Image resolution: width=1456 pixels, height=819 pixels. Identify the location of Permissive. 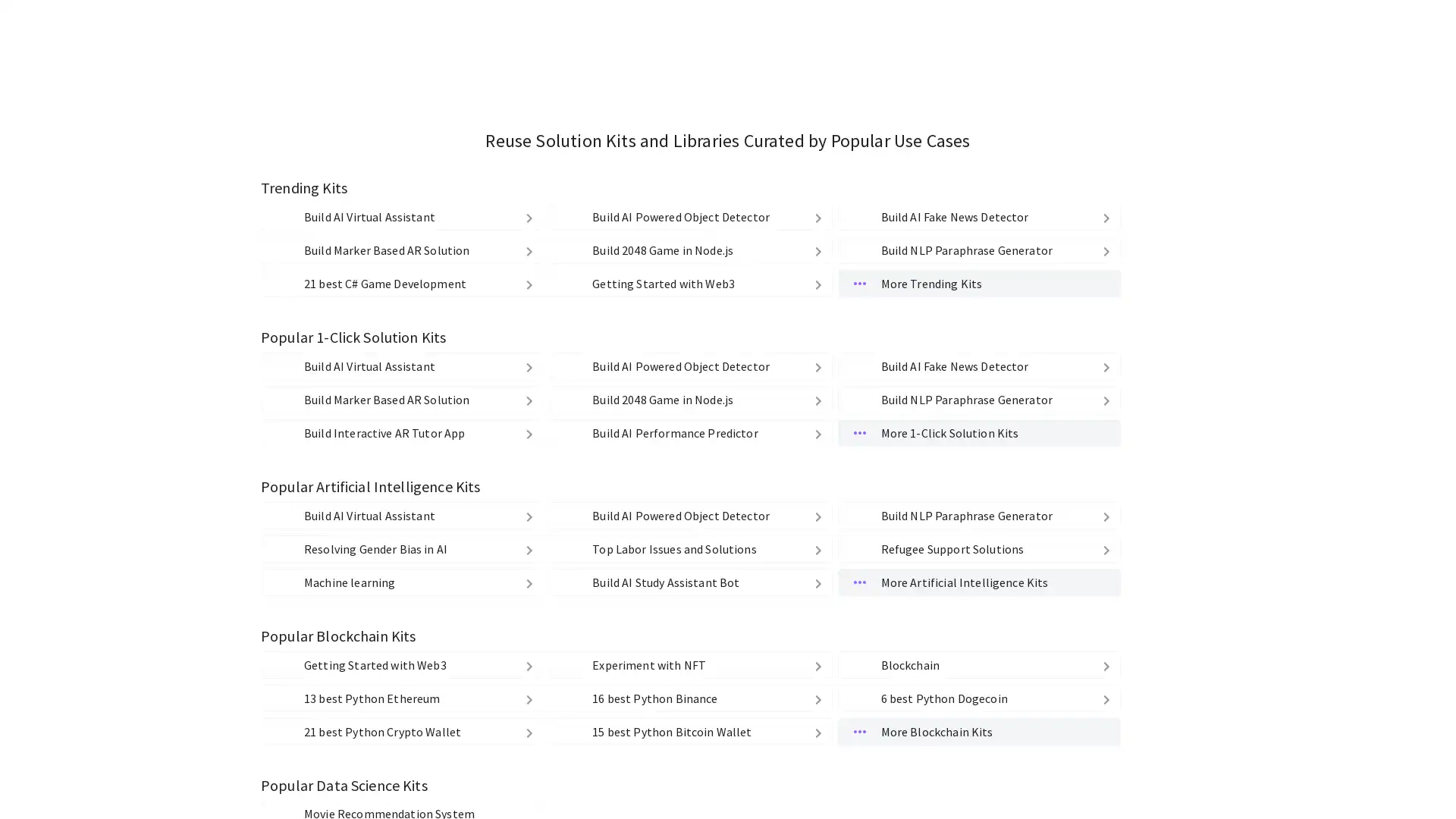
(312, 447).